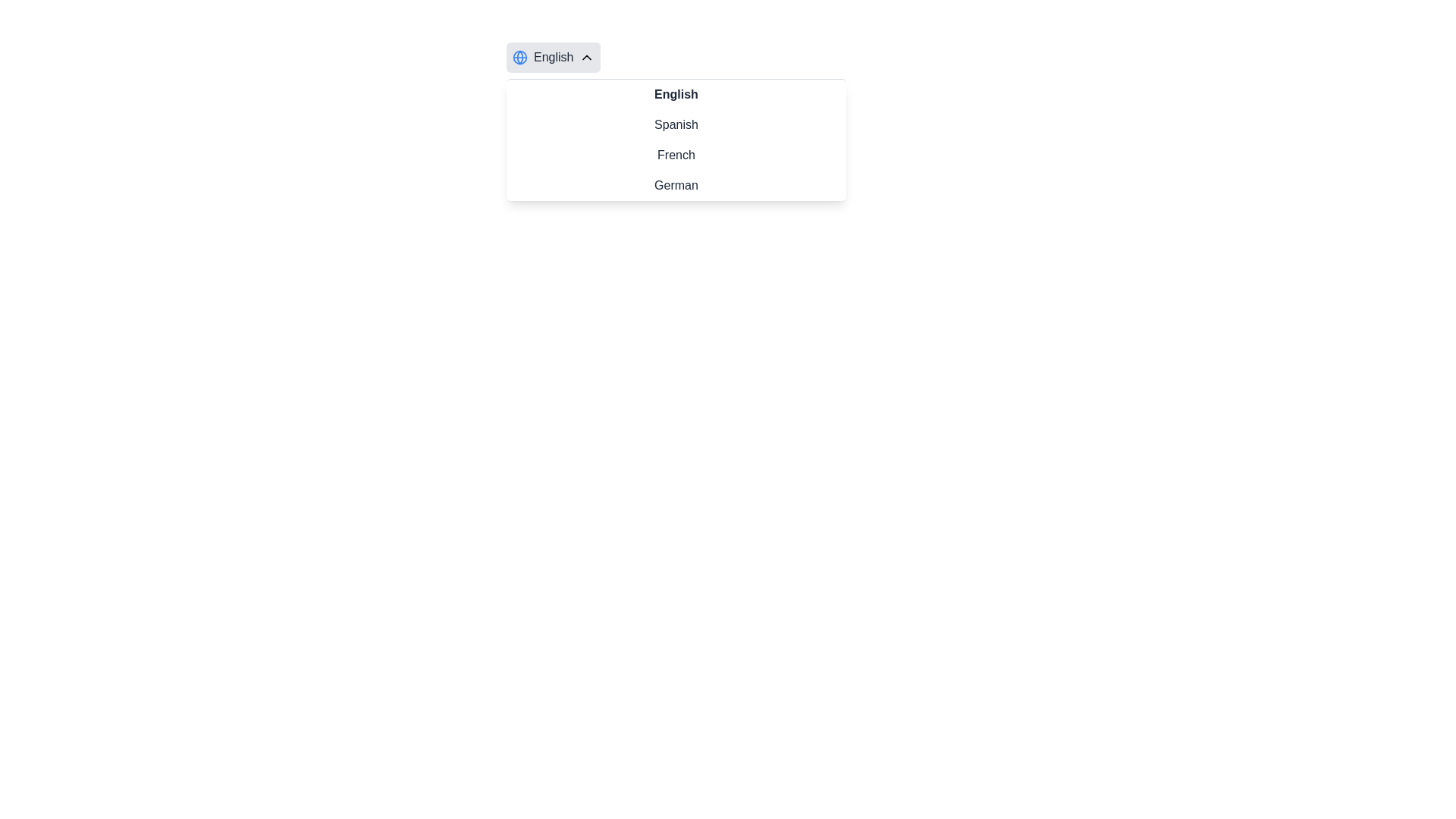 The height and width of the screenshot is (819, 1456). Describe the element at coordinates (553, 57) in the screenshot. I see `the static text element displaying the currently selected language 'English', which is positioned between a globe icon and a dropdown indicator in the language selection component` at that location.